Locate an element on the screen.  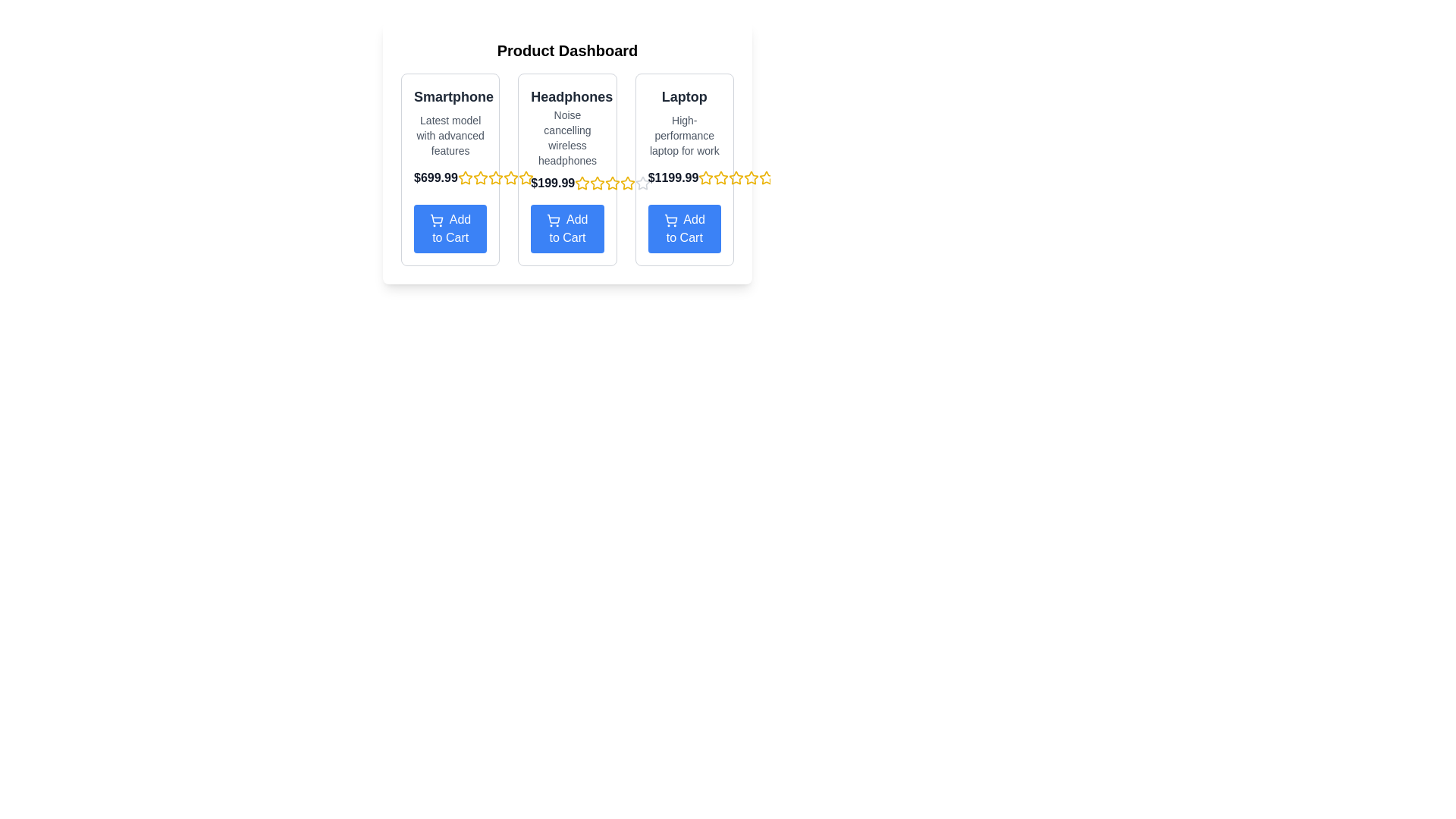
the text label that provides descriptive information about the laptop product, located beneath the title 'Laptop' and above the pricing and action elements is located at coordinates (683, 134).